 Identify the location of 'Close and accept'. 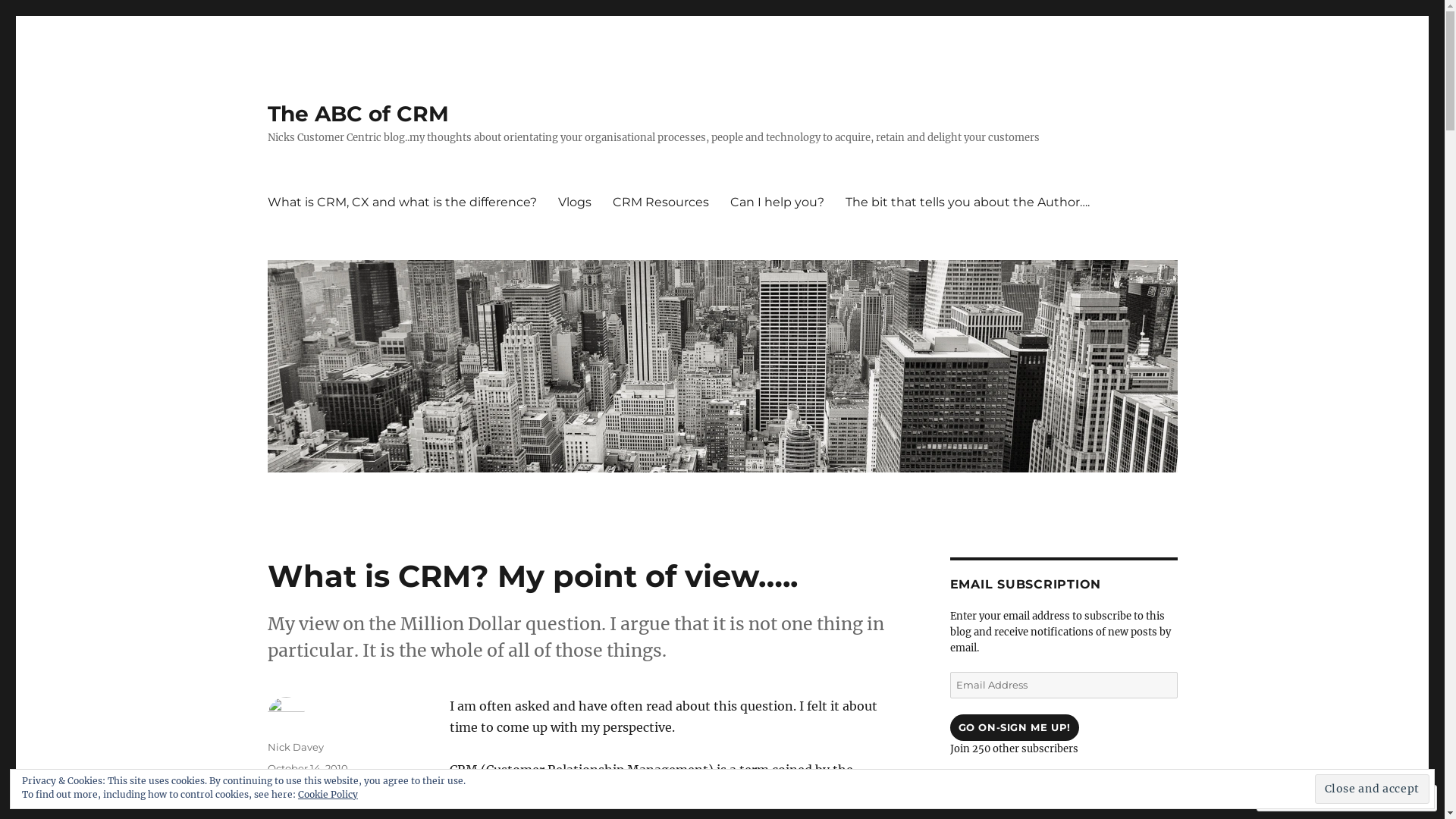
(1313, 788).